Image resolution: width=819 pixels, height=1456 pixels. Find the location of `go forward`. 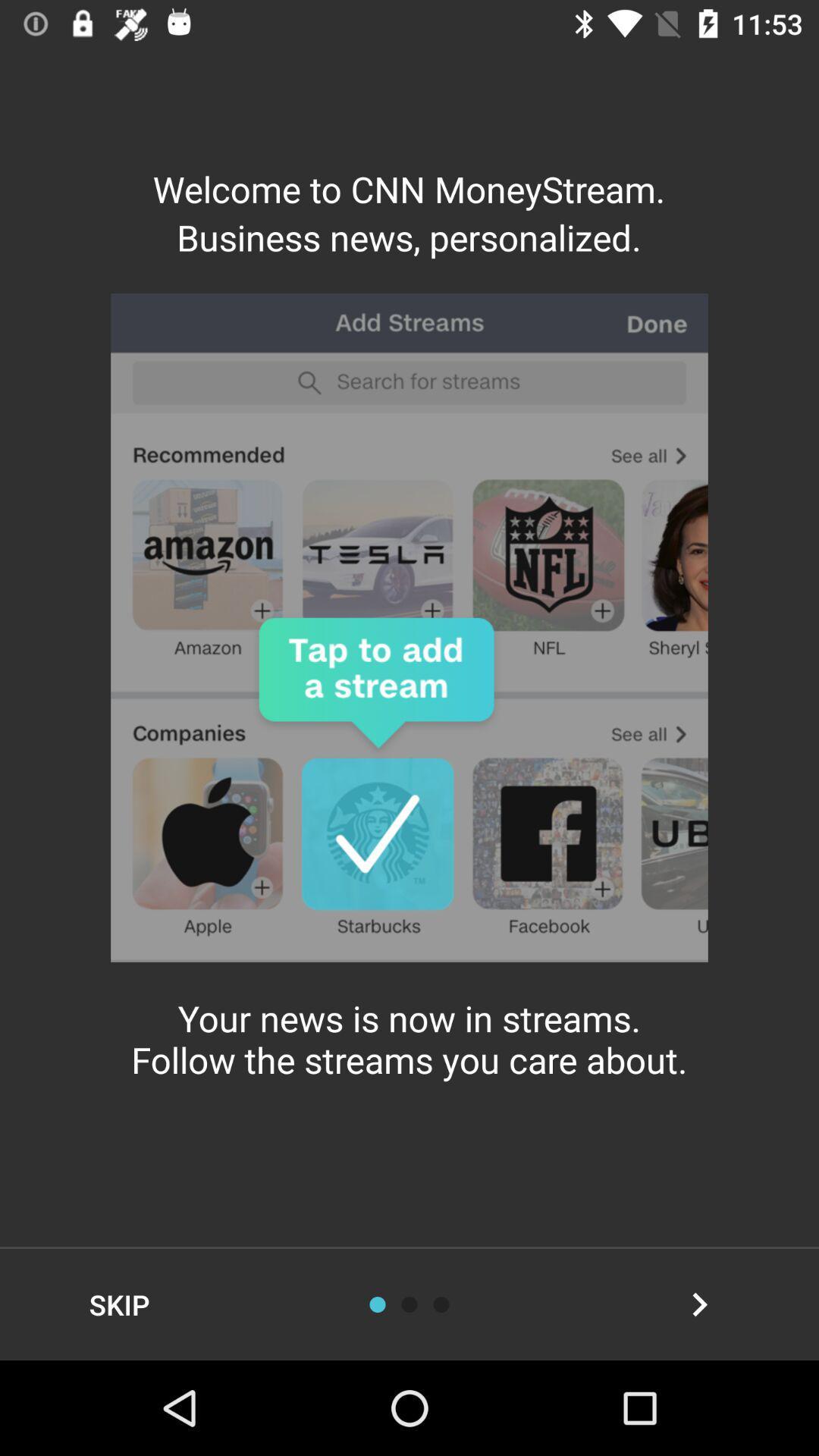

go forward is located at coordinates (699, 1304).